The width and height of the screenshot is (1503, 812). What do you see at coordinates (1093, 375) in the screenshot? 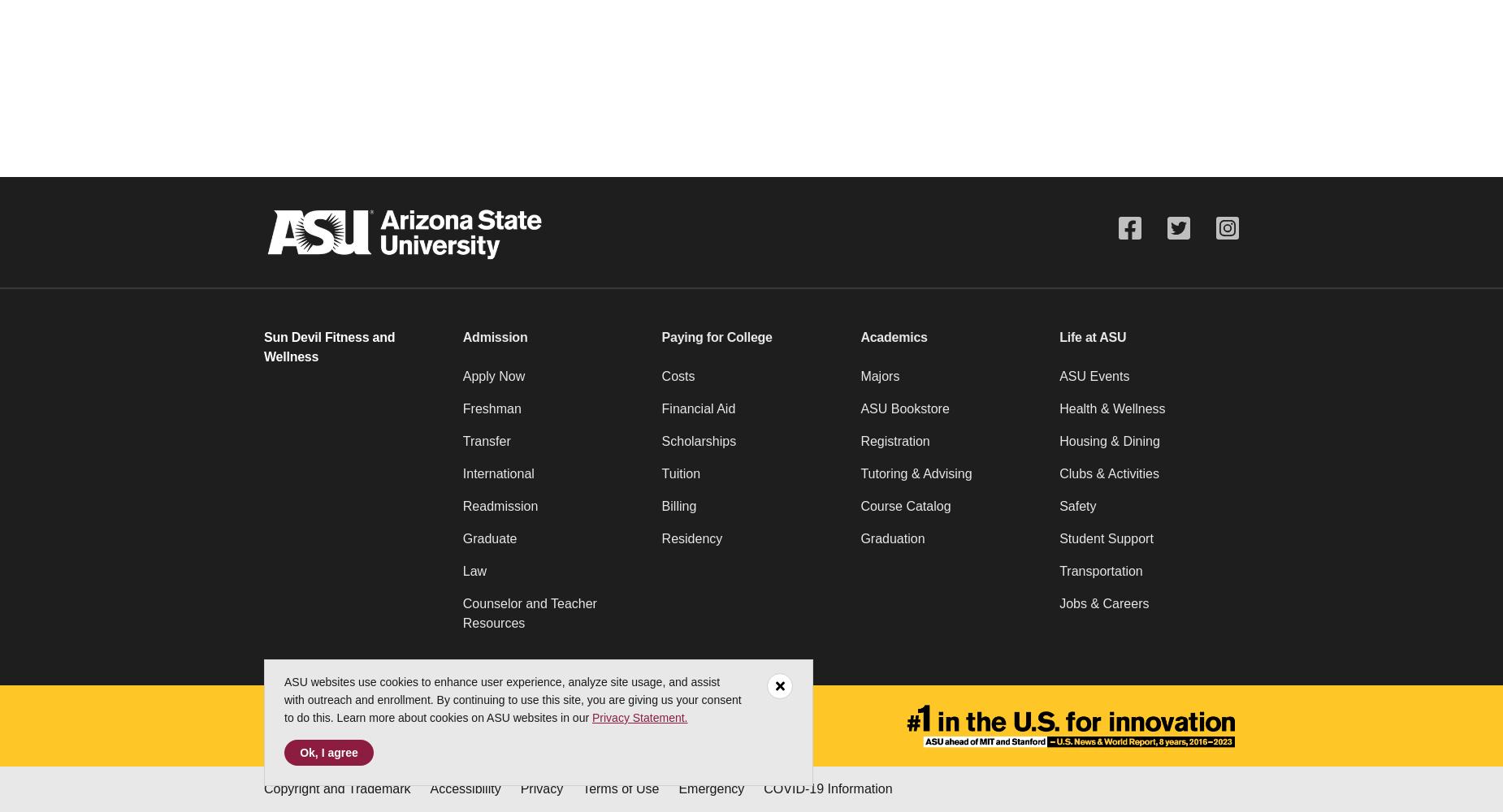
I see `'ASU Events'` at bounding box center [1093, 375].